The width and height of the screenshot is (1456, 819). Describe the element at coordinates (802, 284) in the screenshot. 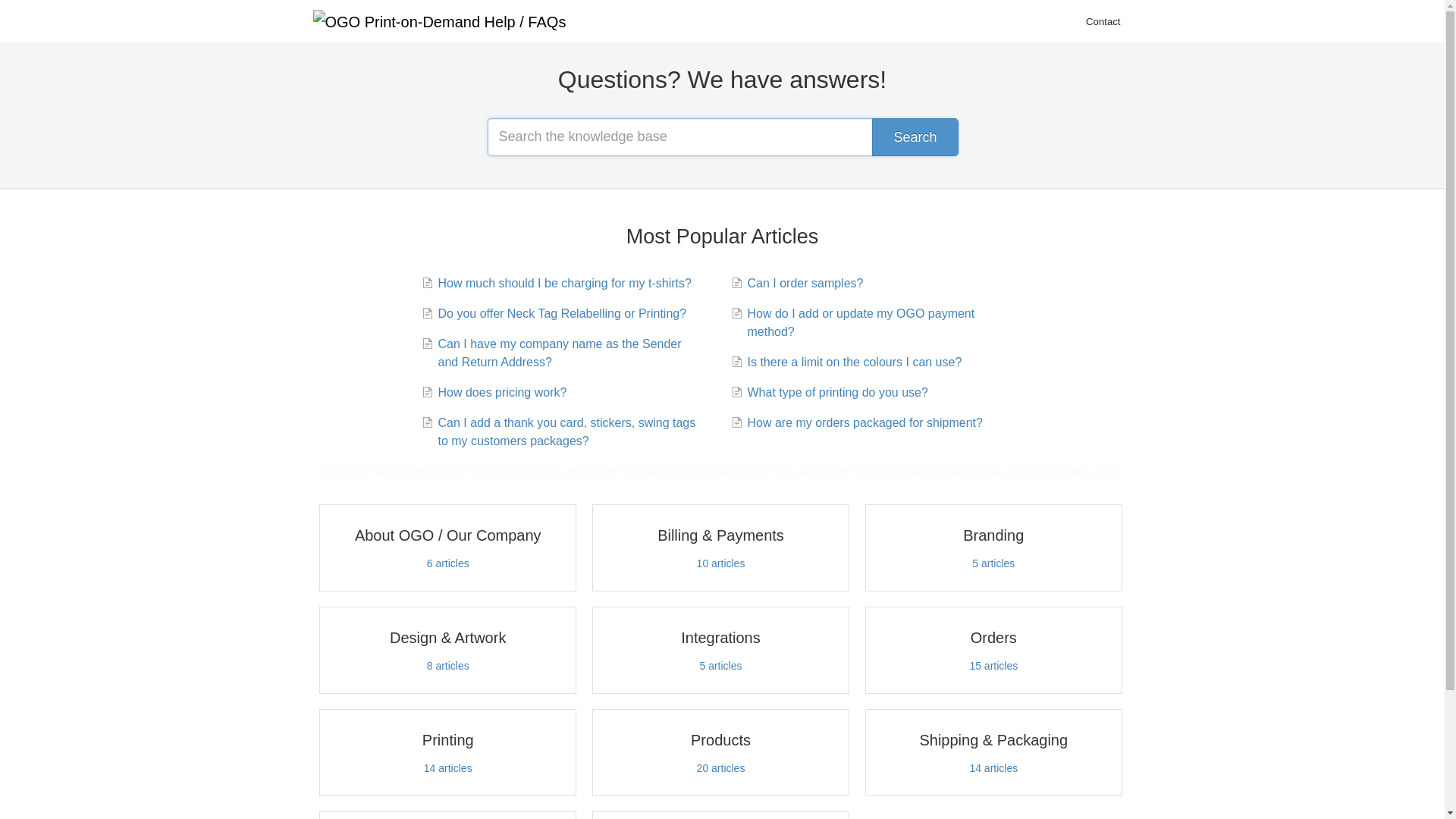

I see `'Can I order samples?'` at that location.